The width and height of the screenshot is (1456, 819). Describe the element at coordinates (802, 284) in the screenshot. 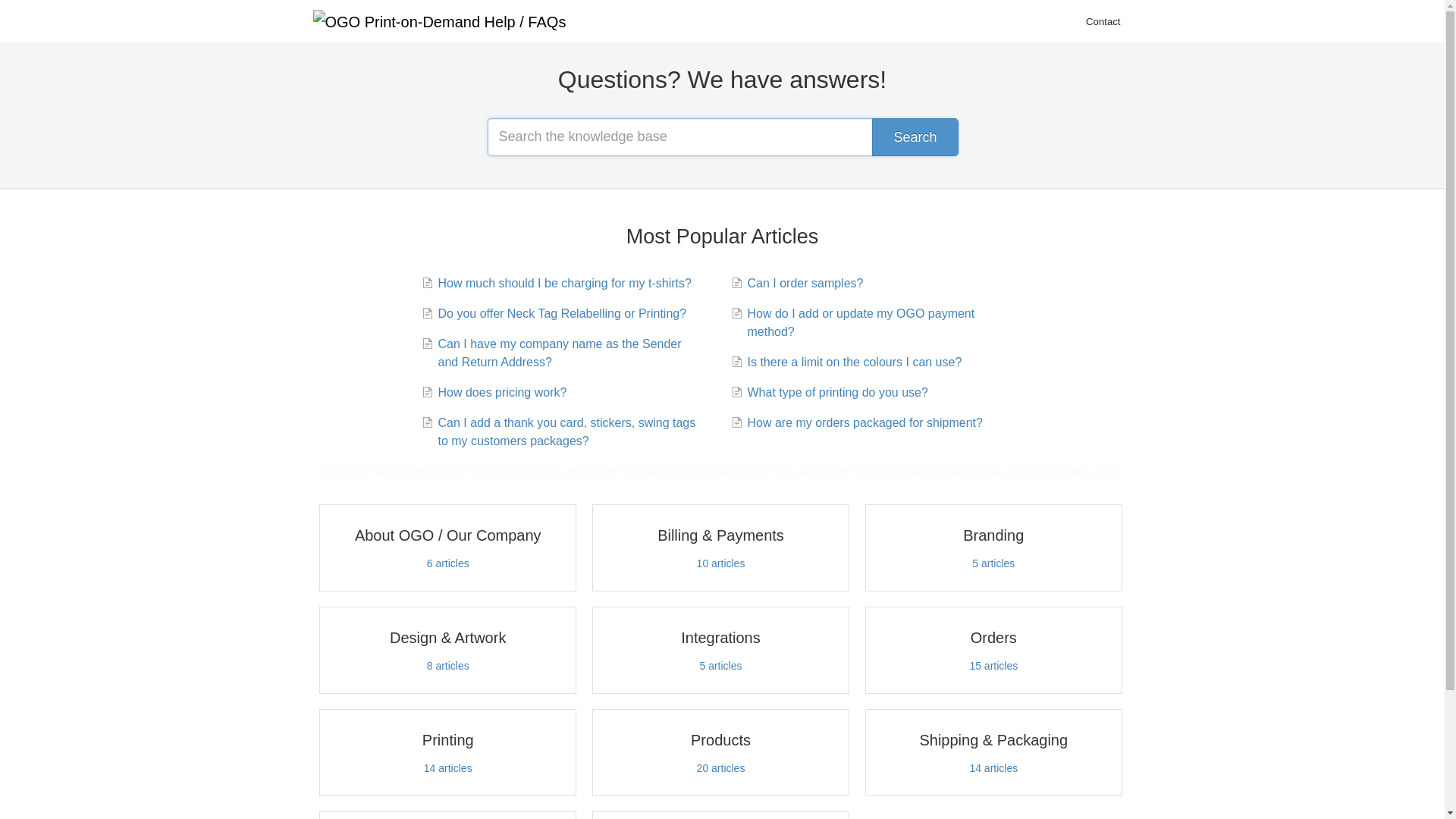

I see `'Can I order samples?'` at that location.